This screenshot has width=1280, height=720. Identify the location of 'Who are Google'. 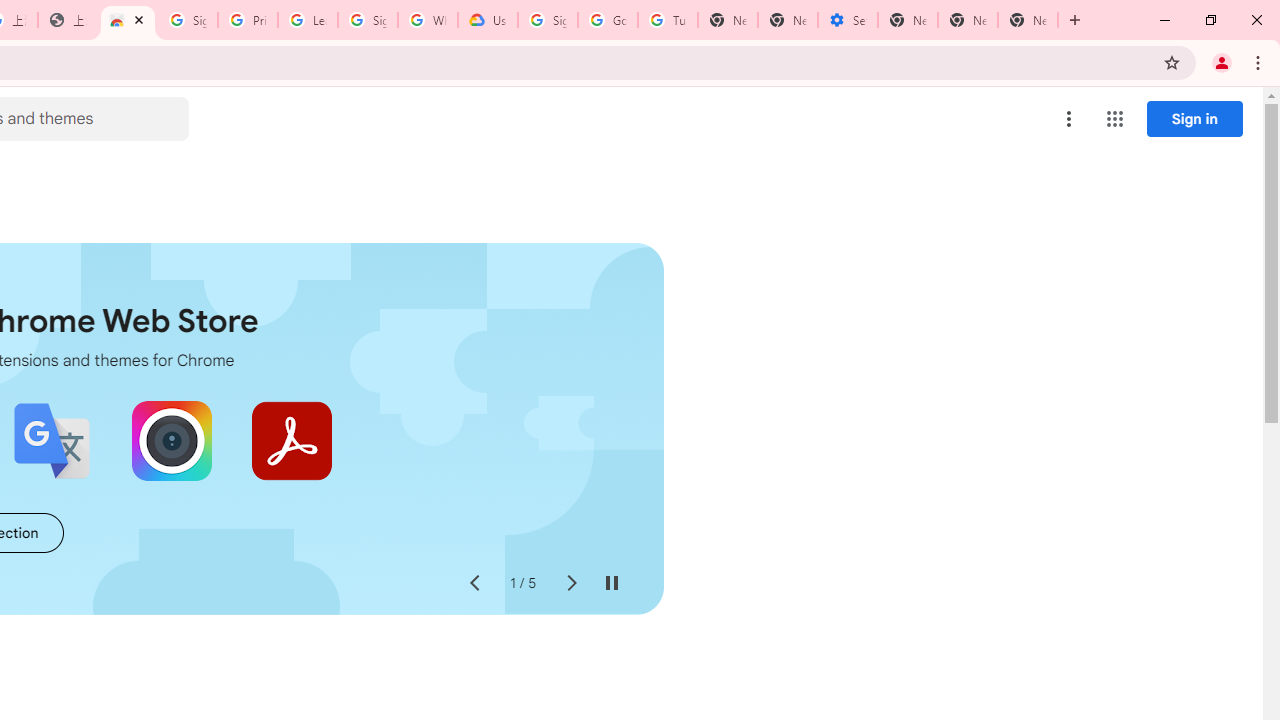
(427, 20).